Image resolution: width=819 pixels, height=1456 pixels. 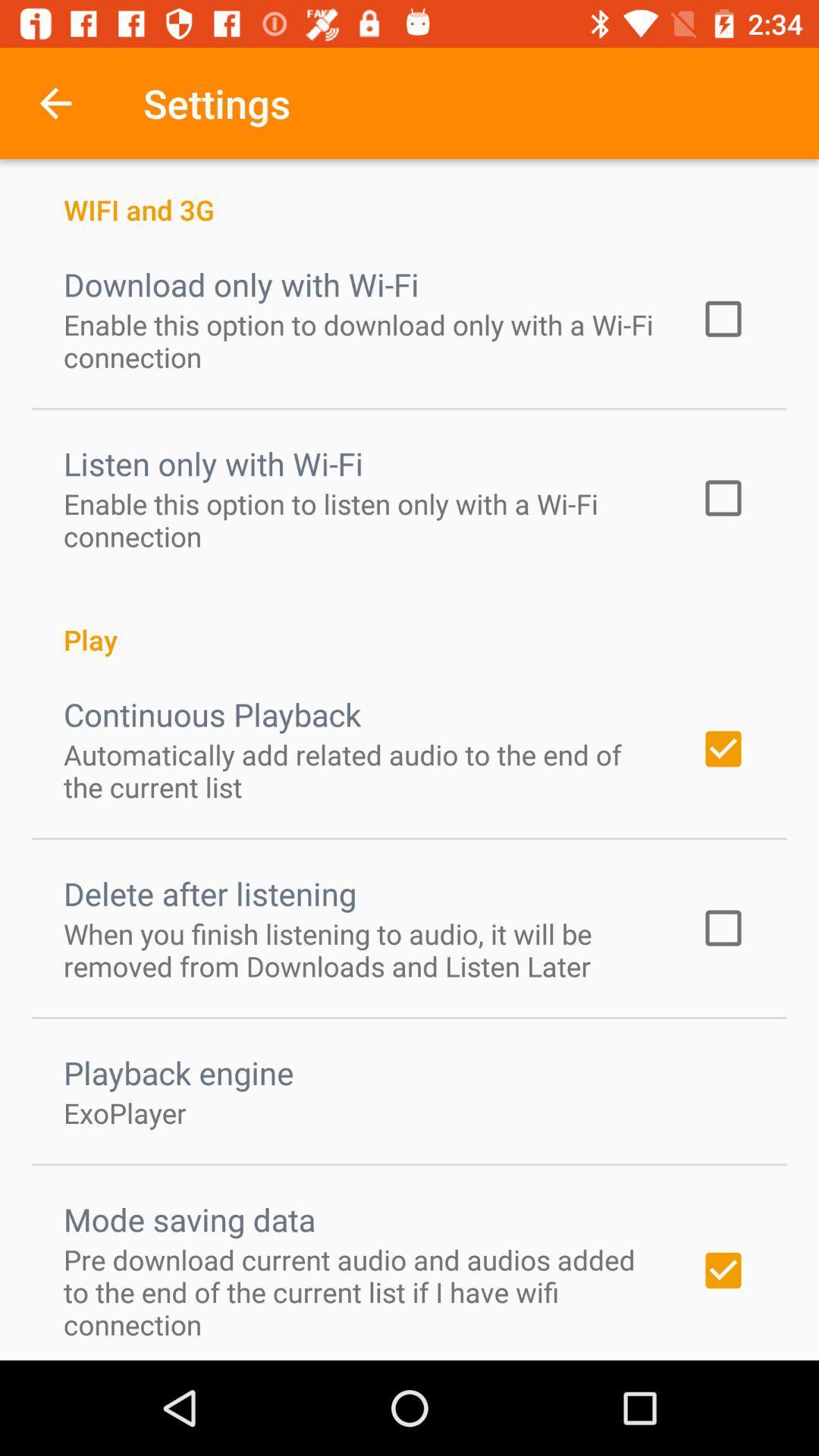 What do you see at coordinates (55, 102) in the screenshot?
I see `the icon above wifi and 3g` at bounding box center [55, 102].